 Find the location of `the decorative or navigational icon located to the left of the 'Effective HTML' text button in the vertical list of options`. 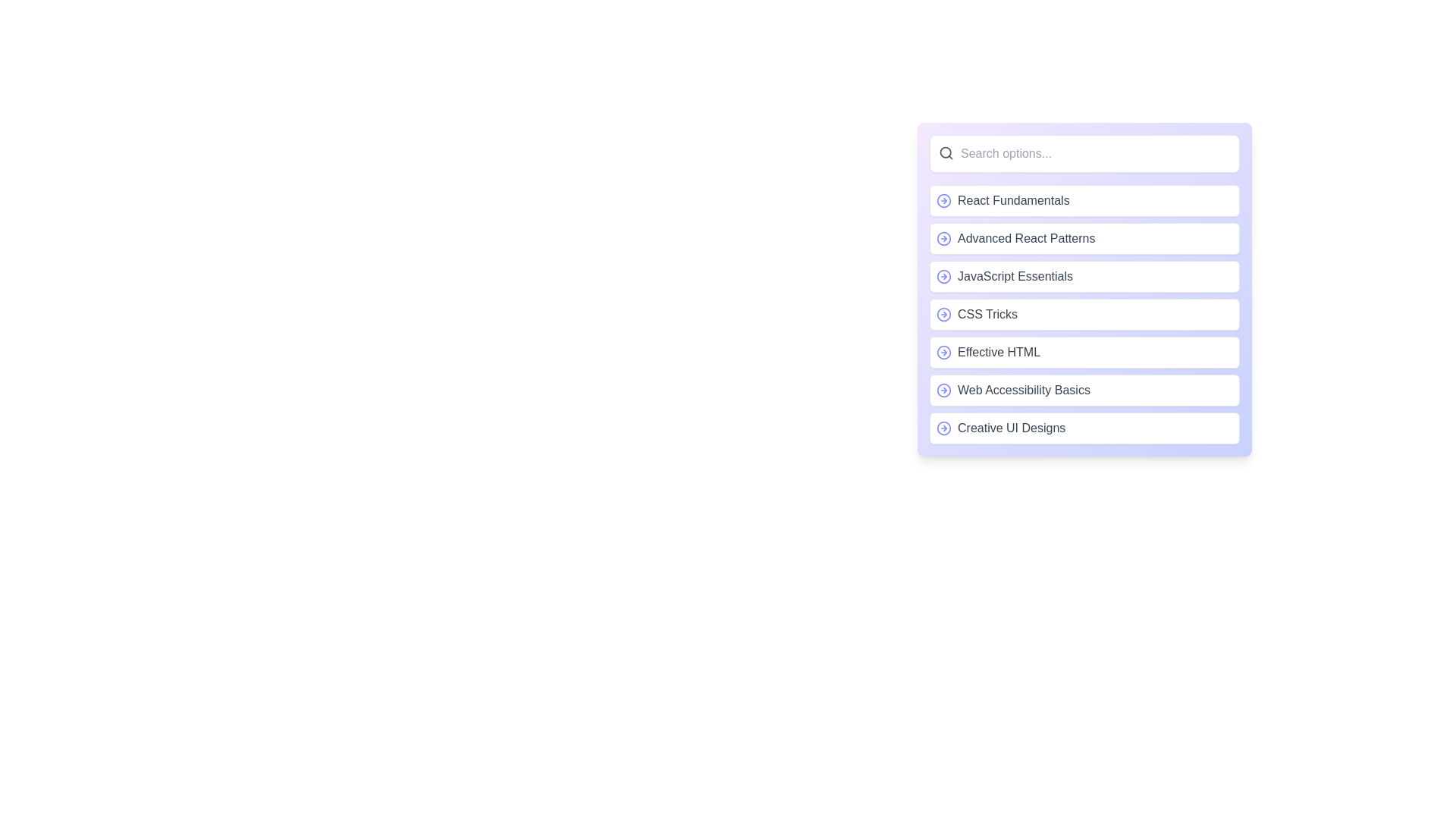

the decorative or navigational icon located to the left of the 'Effective HTML' text button in the vertical list of options is located at coordinates (943, 353).